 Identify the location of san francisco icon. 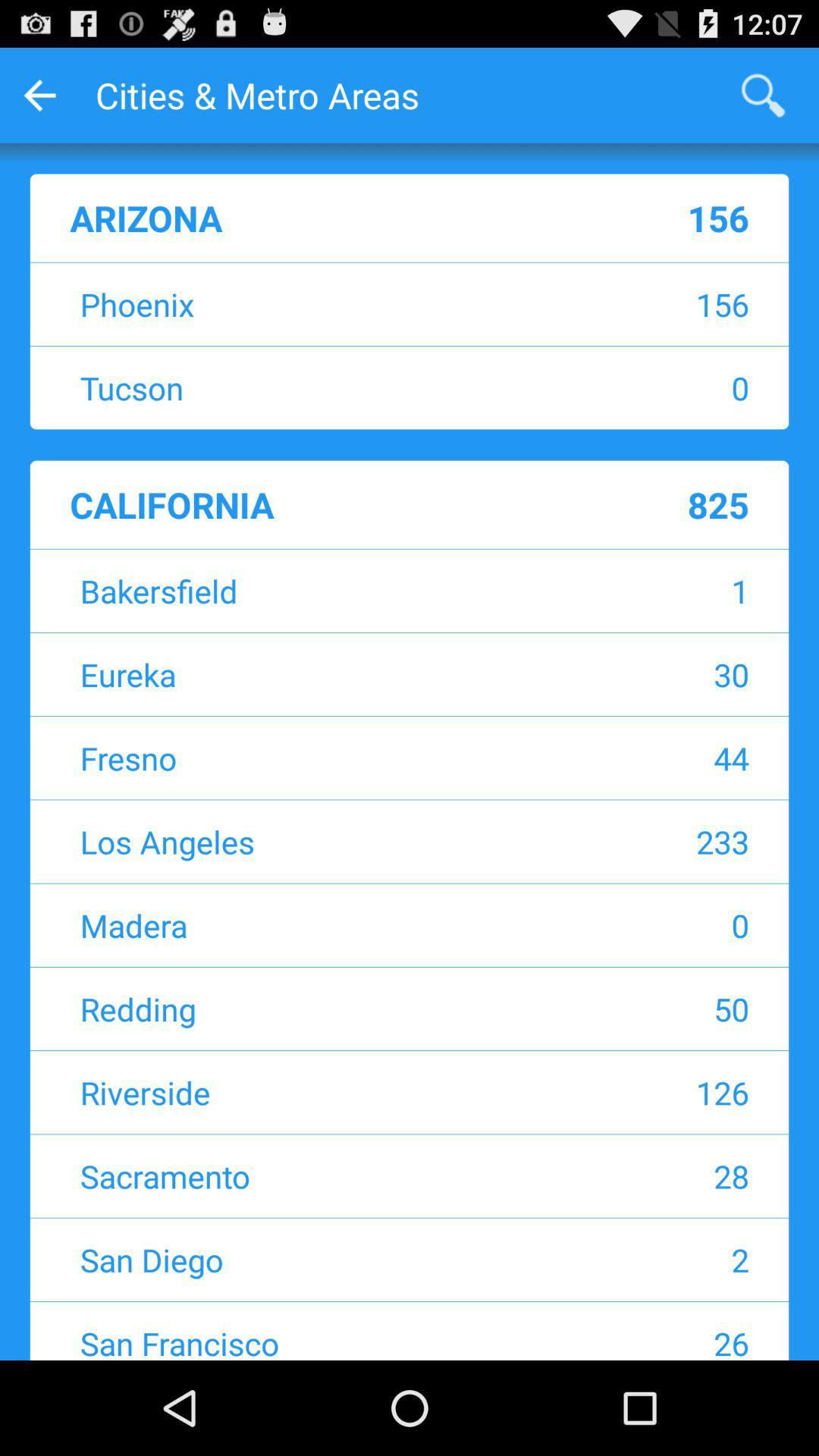
(314, 1341).